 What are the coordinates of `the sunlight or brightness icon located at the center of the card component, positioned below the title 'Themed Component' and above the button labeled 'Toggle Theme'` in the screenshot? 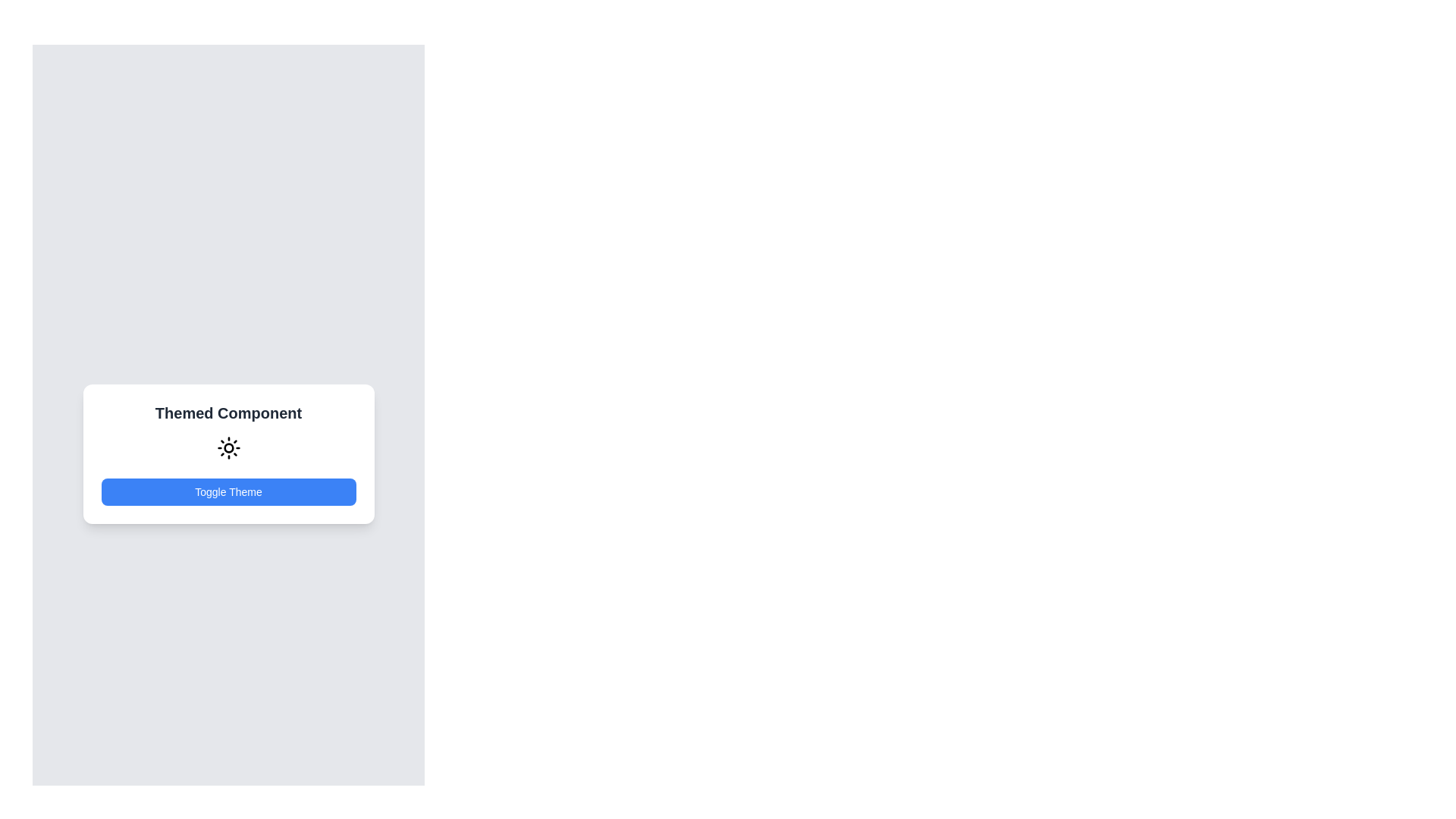 It's located at (227, 447).